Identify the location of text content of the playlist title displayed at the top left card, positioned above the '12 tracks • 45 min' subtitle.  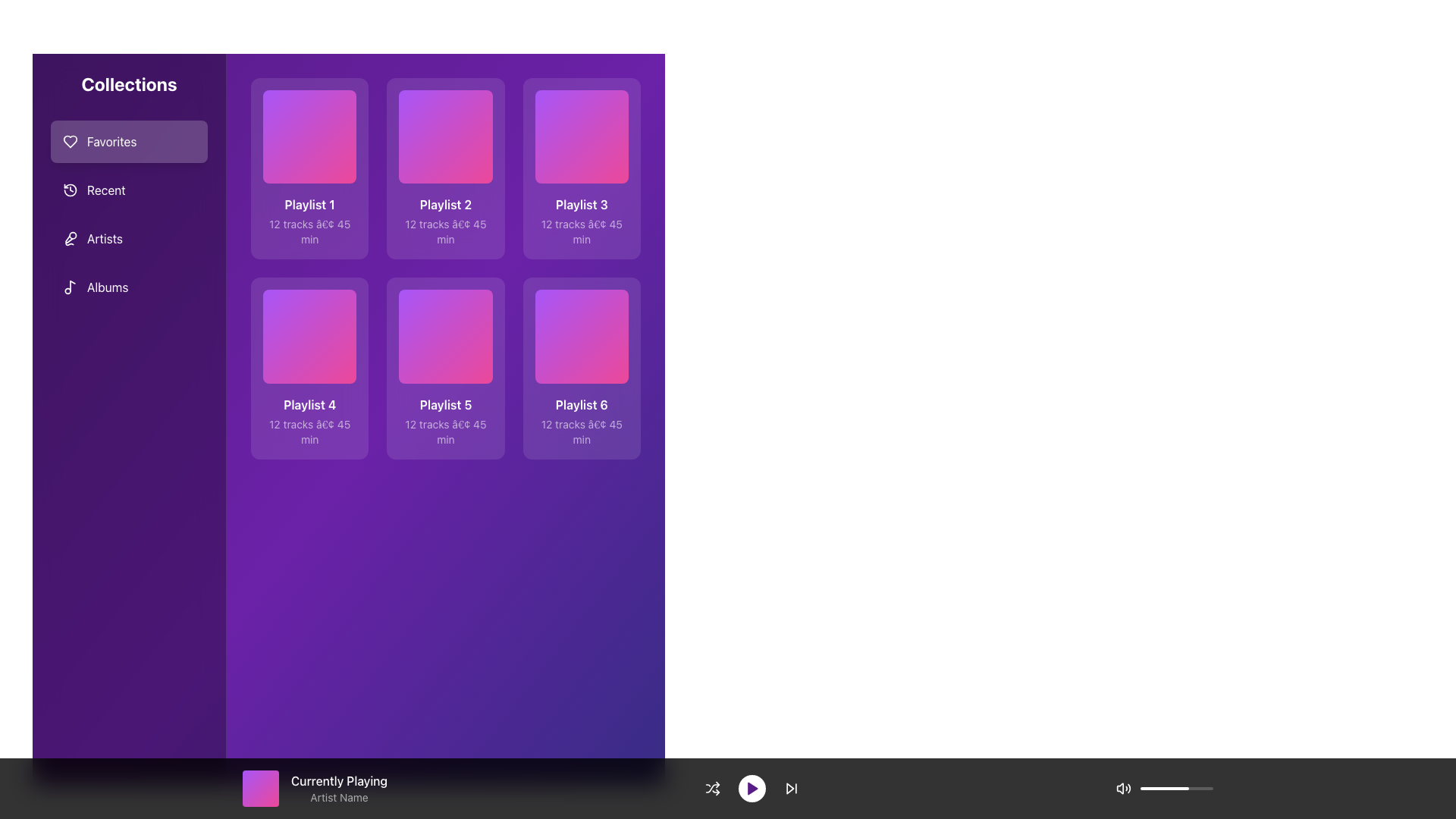
(309, 205).